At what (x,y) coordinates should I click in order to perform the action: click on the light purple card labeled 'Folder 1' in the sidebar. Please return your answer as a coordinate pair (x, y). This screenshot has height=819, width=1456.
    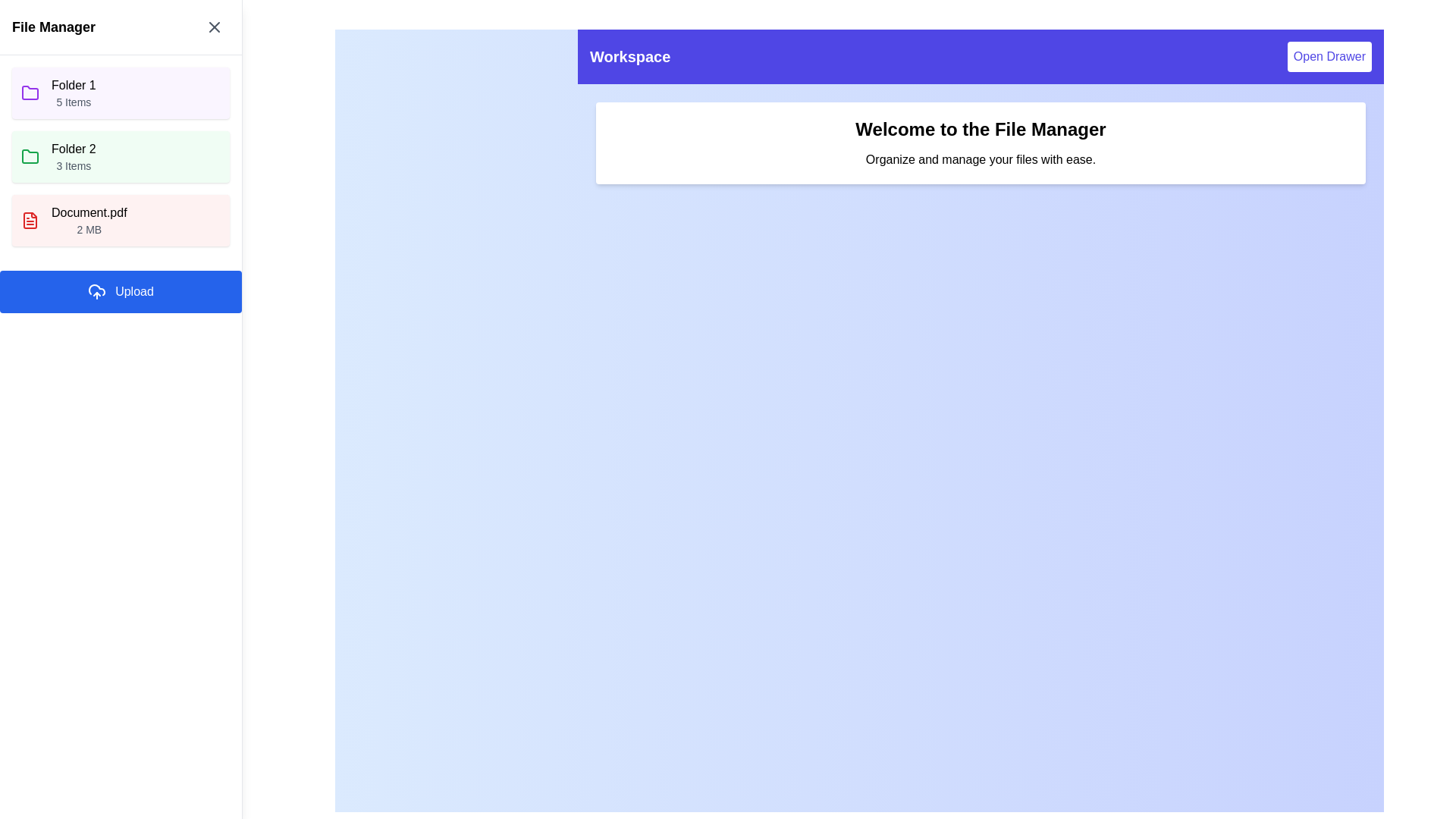
    Looking at the image, I should click on (120, 93).